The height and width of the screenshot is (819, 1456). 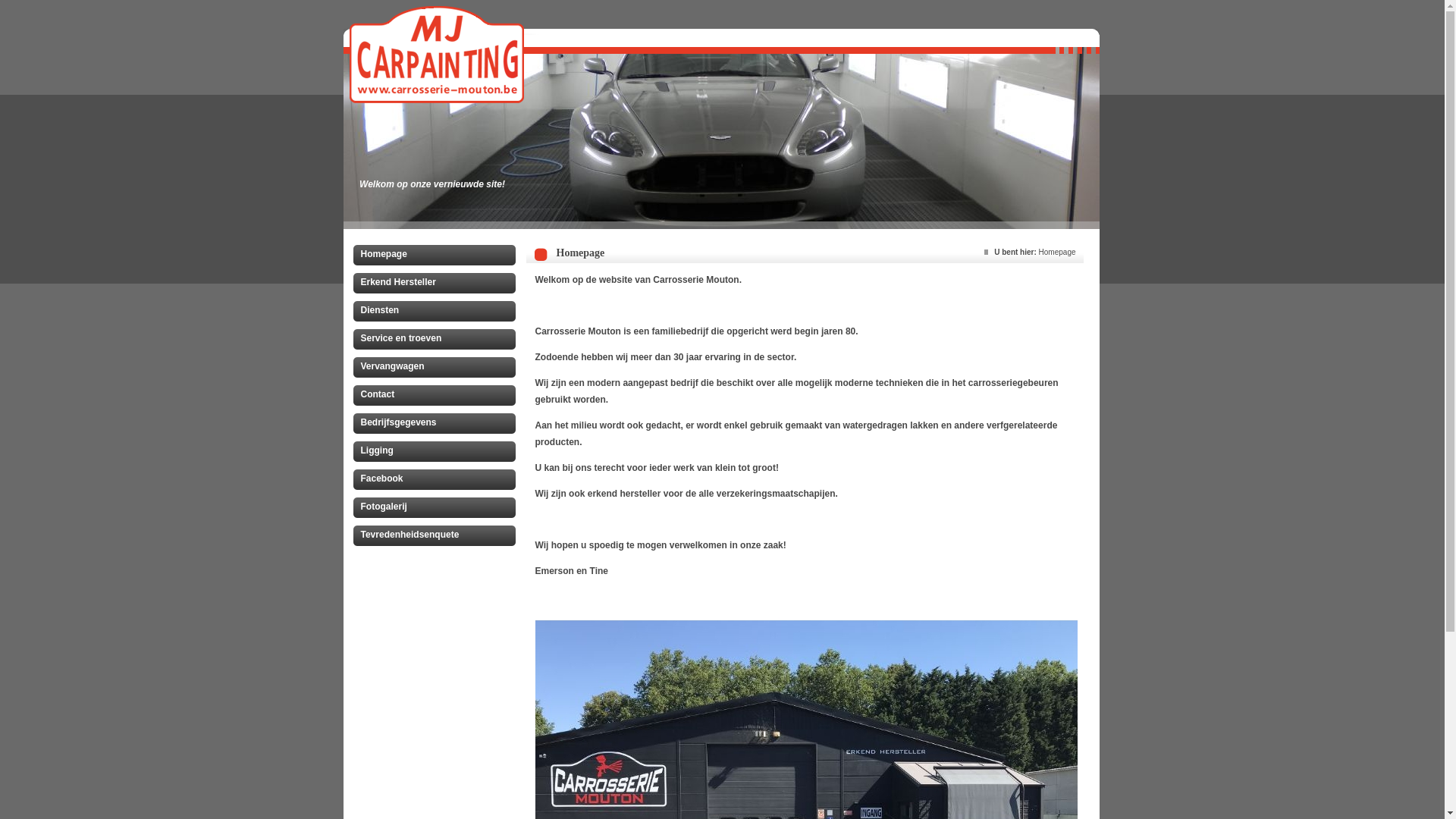 I want to click on 'Erkend Hersteller', so click(x=352, y=284).